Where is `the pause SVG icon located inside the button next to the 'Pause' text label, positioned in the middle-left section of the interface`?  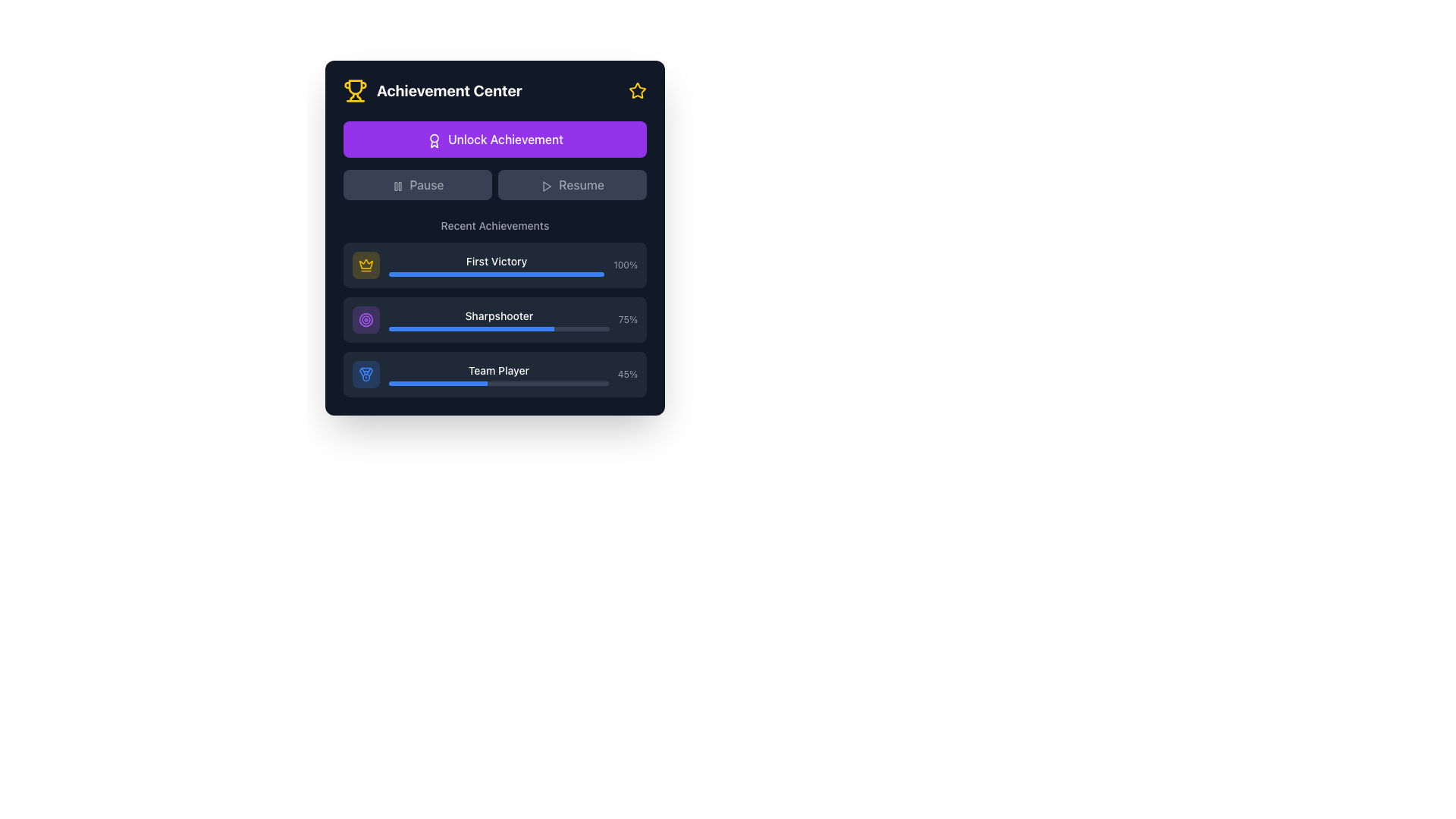
the pause SVG icon located inside the button next to the 'Pause' text label, positioned in the middle-left section of the interface is located at coordinates (397, 185).